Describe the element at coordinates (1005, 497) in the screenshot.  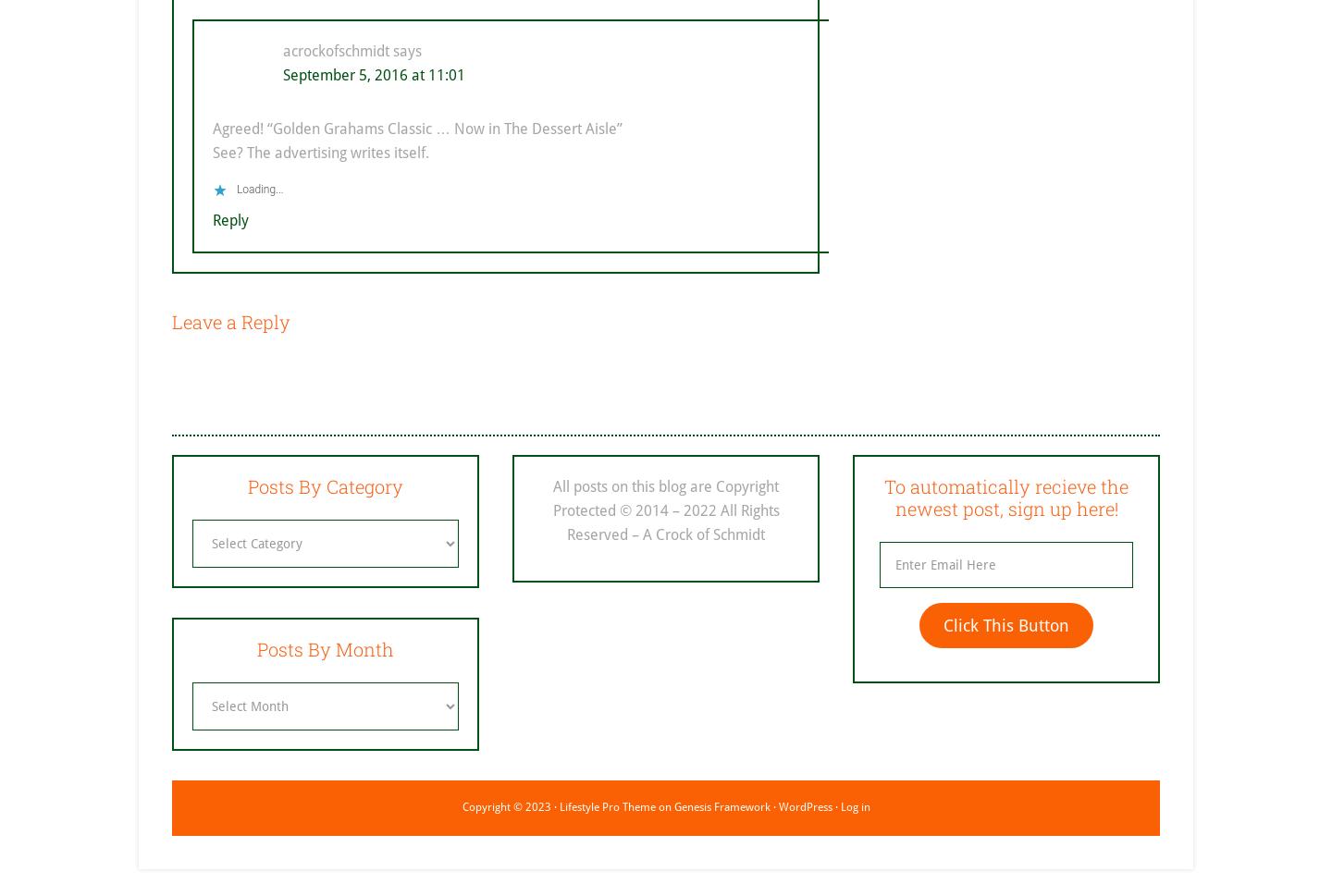
I see `'To automatically recieve the newest post, sign up here!'` at that location.